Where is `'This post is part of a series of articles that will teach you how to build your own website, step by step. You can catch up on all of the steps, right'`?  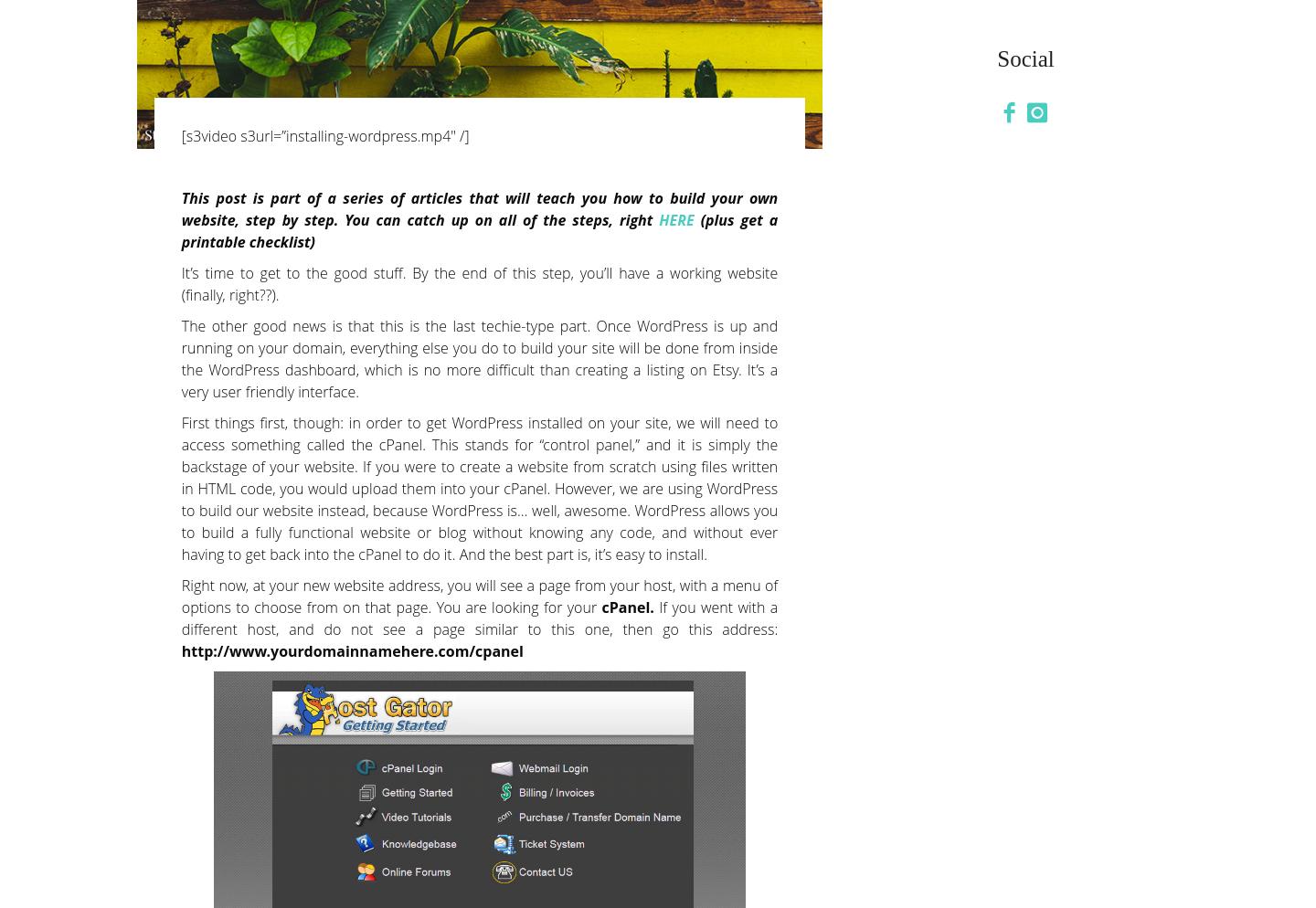
'This post is part of a series of articles that will teach you how to build your own website, step by step. You can catch up on all of the steps, right' is located at coordinates (478, 209).